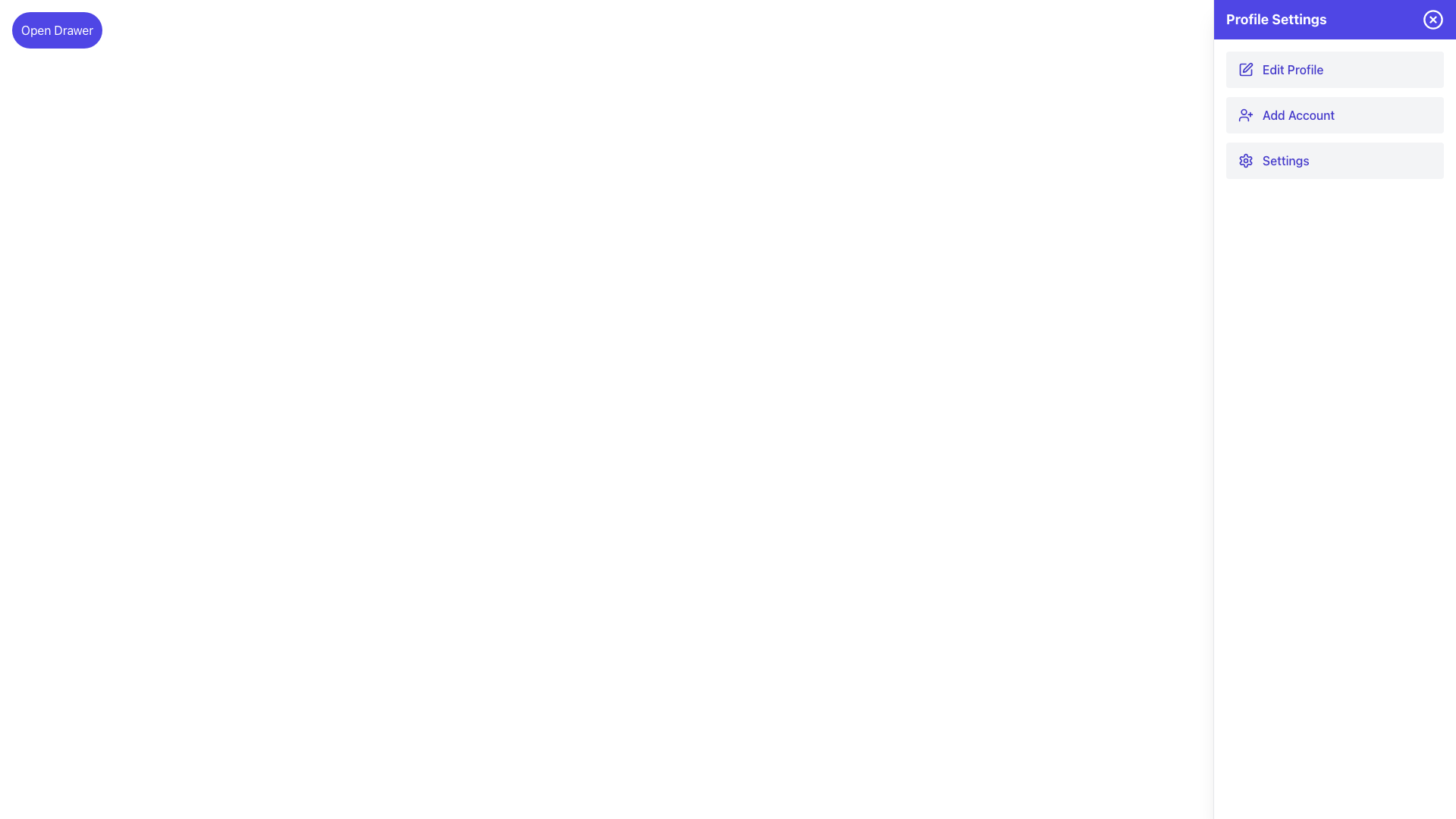 This screenshot has height=819, width=1456. Describe the element at coordinates (1292, 70) in the screenshot. I see `the 'Edit Profile' button in the right-side panel of the 'Profile Settings' section` at that location.